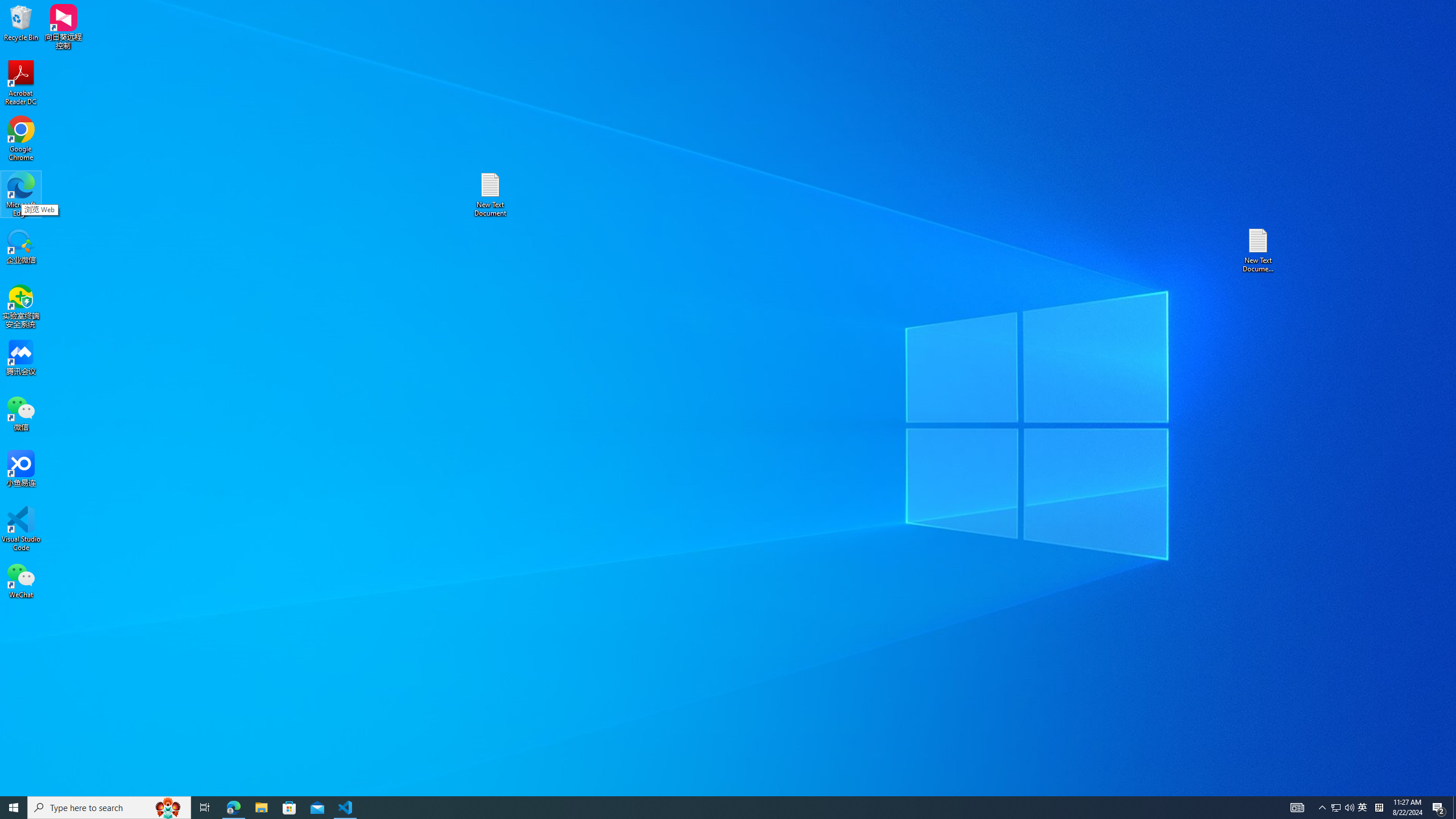 The image size is (1456, 819). What do you see at coordinates (289, 806) in the screenshot?
I see `'Microsoft Store'` at bounding box center [289, 806].